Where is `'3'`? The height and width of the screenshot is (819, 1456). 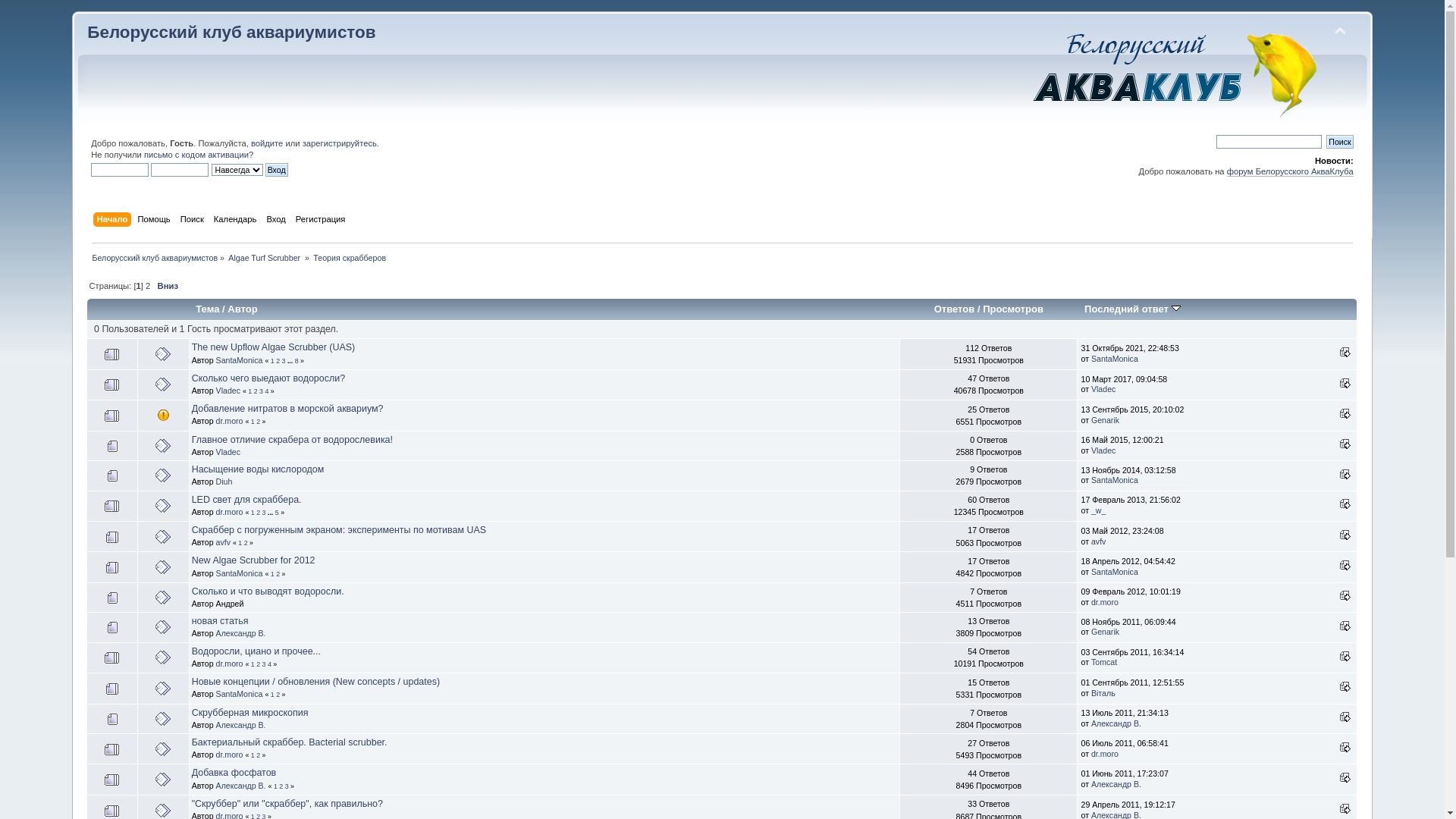
'3' is located at coordinates (282, 360).